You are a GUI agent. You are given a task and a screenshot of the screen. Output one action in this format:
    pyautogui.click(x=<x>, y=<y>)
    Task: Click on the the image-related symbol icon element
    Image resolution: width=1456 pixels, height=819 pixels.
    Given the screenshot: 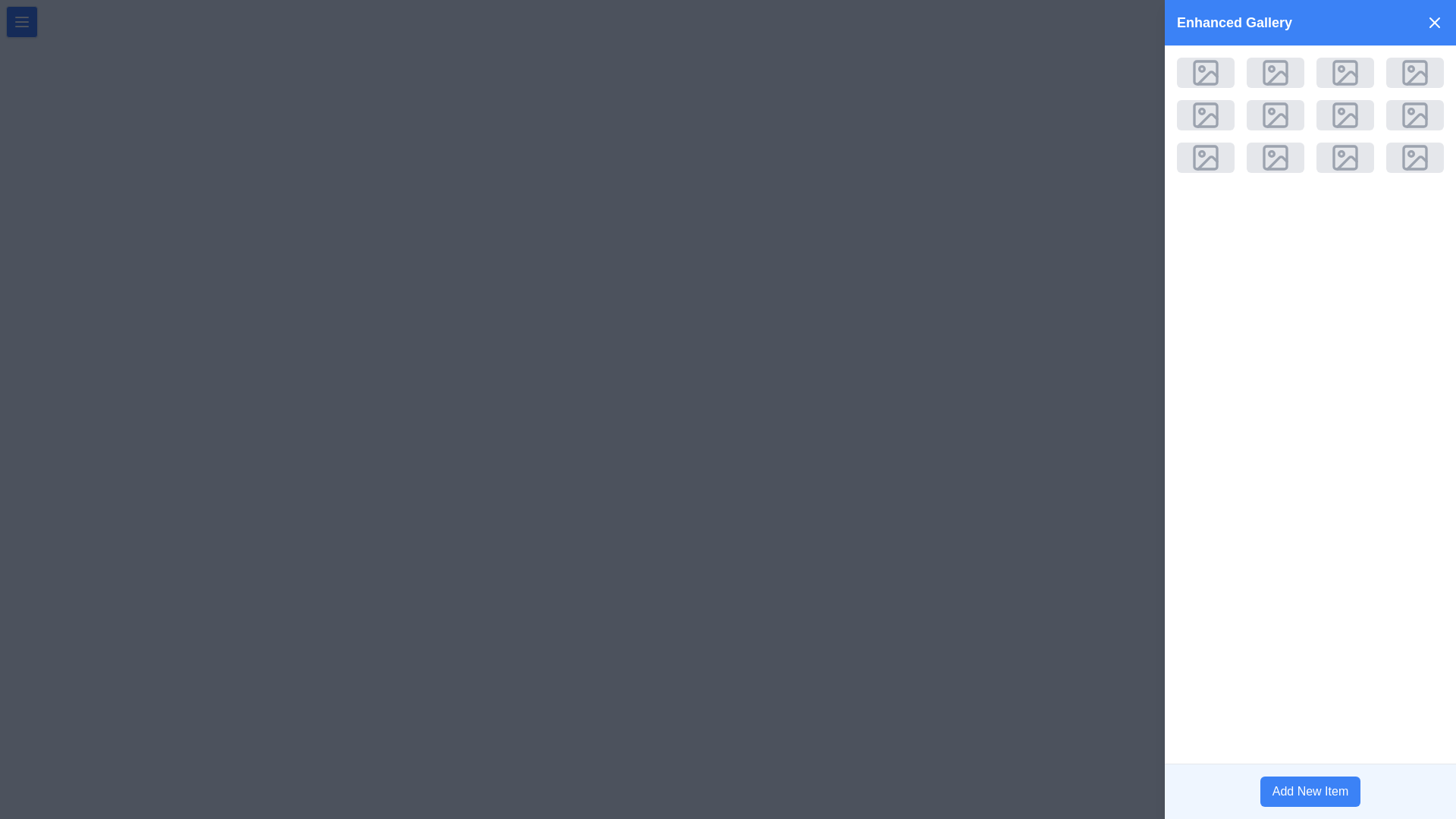 What is the action you would take?
    pyautogui.click(x=1204, y=158)
    